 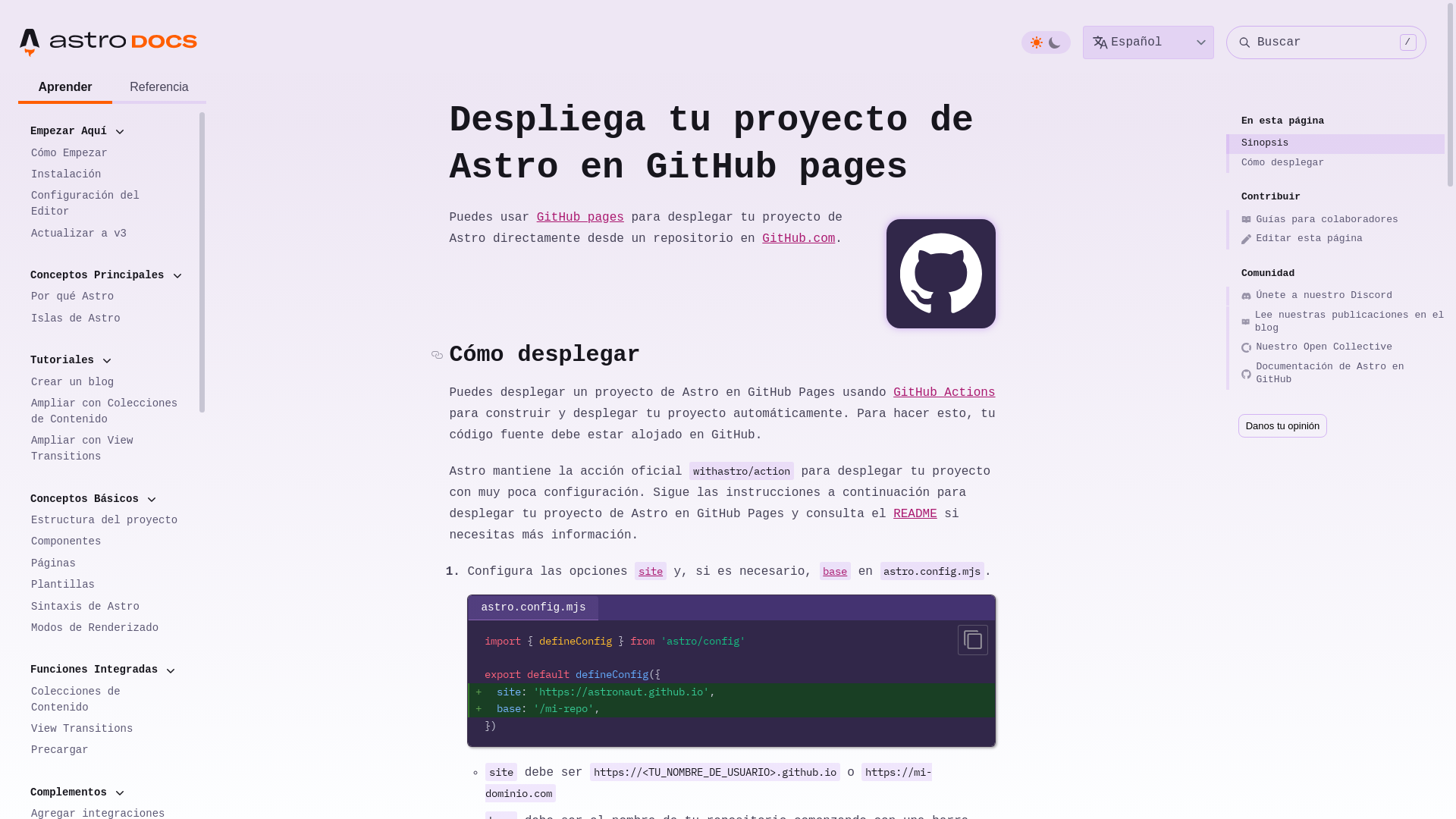 What do you see at coordinates (106, 628) in the screenshot?
I see `'Modos de Renderizado'` at bounding box center [106, 628].